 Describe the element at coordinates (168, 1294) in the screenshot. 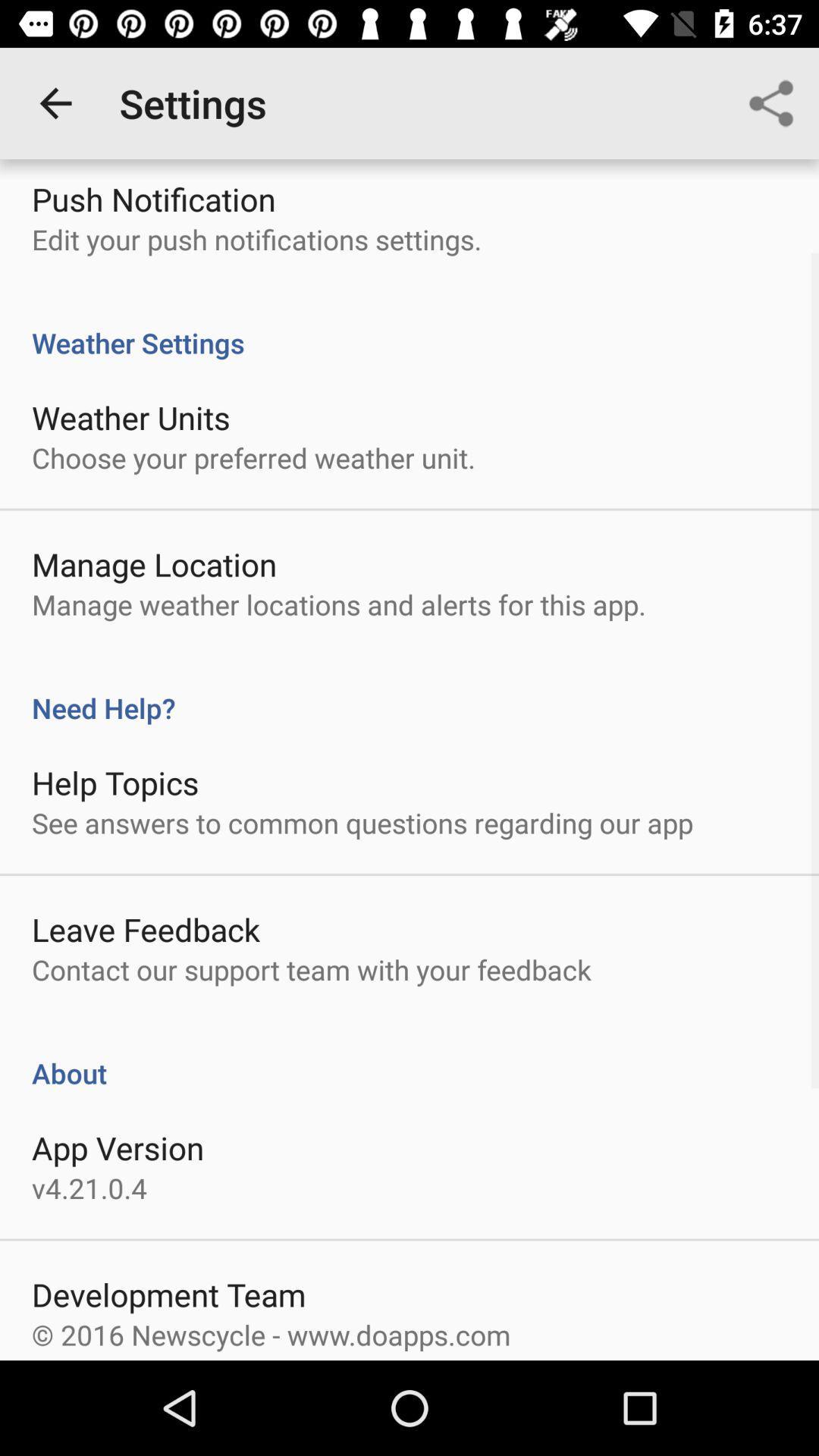

I see `development team item` at that location.